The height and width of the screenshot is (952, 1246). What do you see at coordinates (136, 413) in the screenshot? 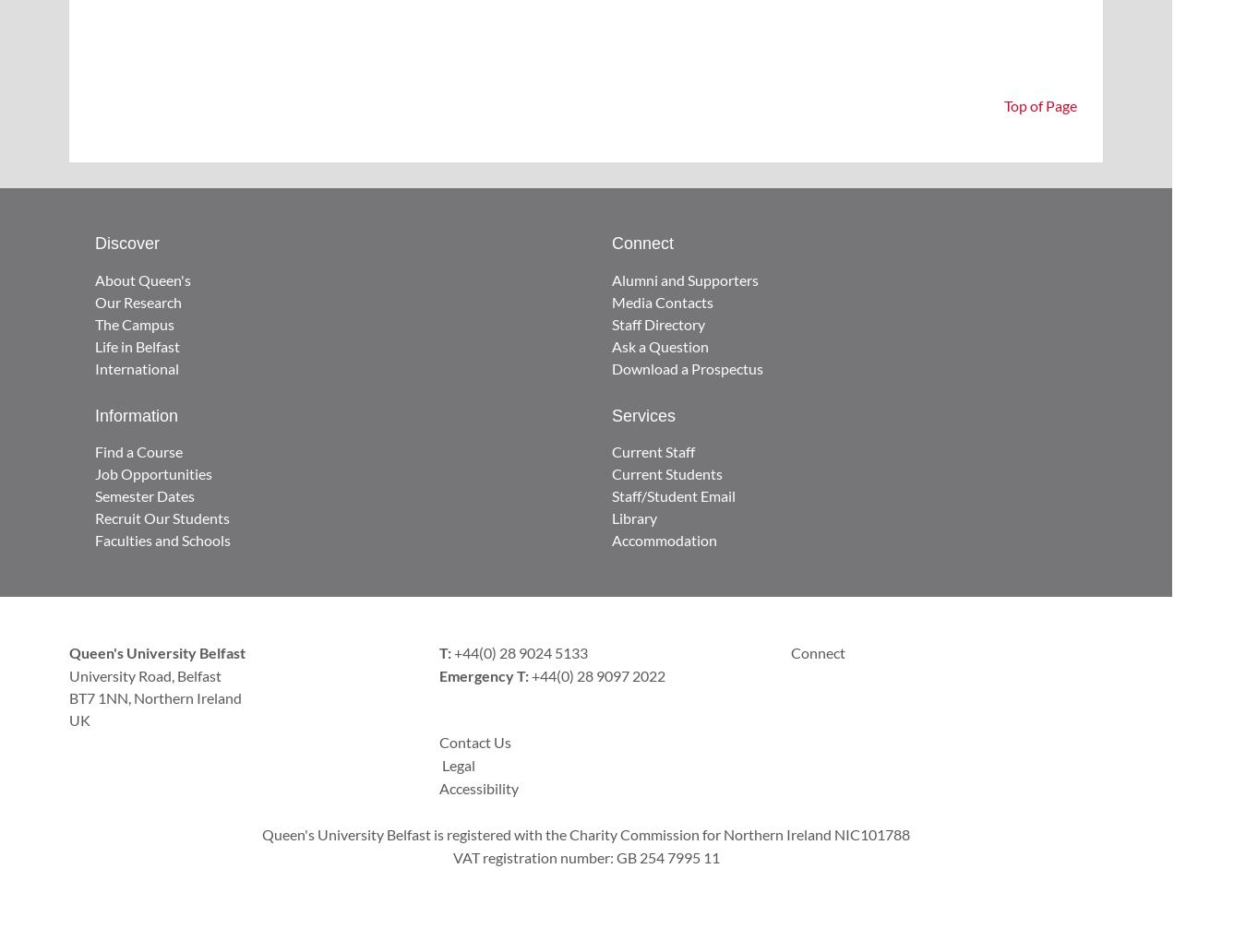
I see `'Information'` at bounding box center [136, 413].